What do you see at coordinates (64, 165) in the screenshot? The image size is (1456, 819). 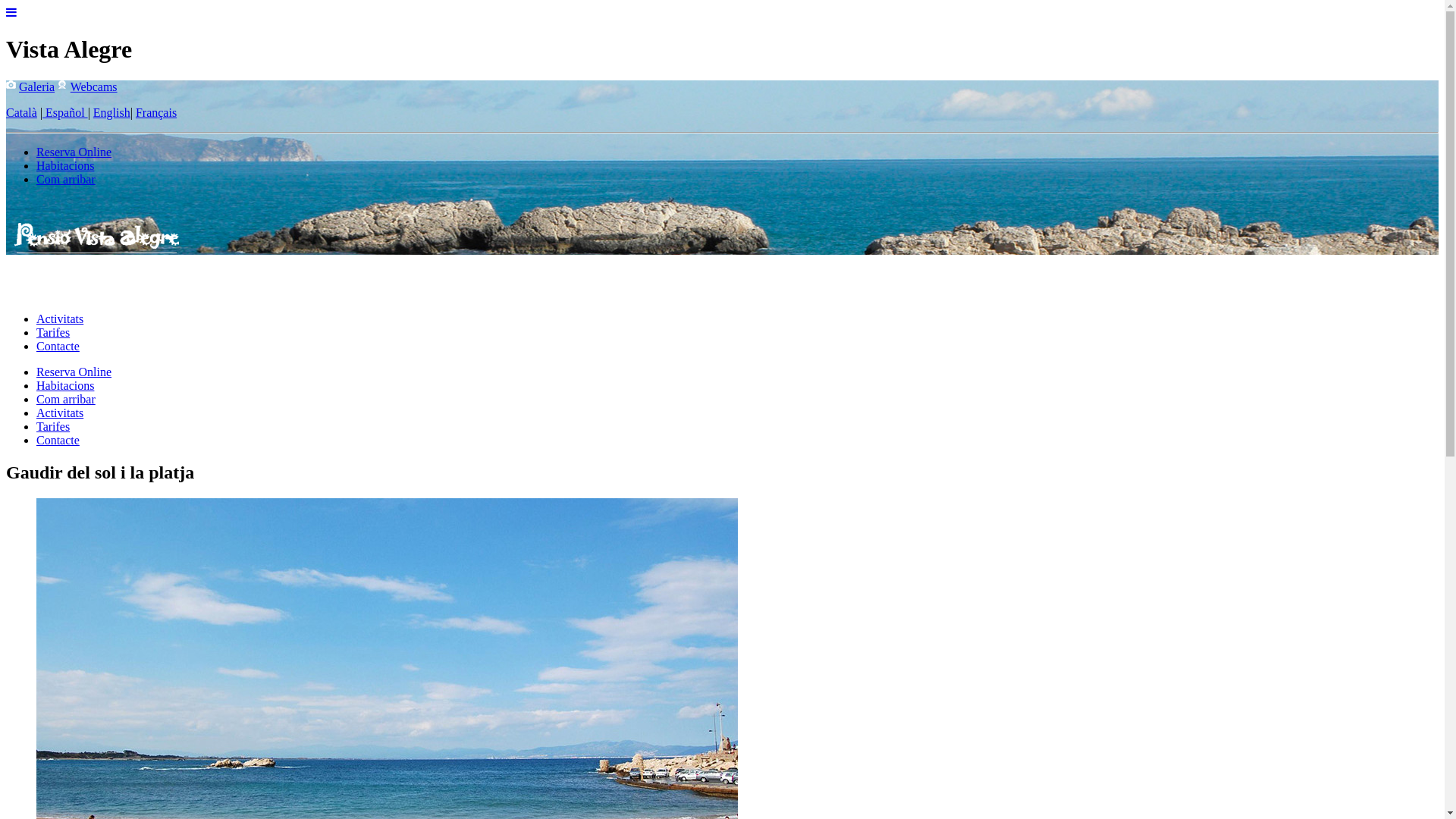 I see `'Habitacions'` at bounding box center [64, 165].